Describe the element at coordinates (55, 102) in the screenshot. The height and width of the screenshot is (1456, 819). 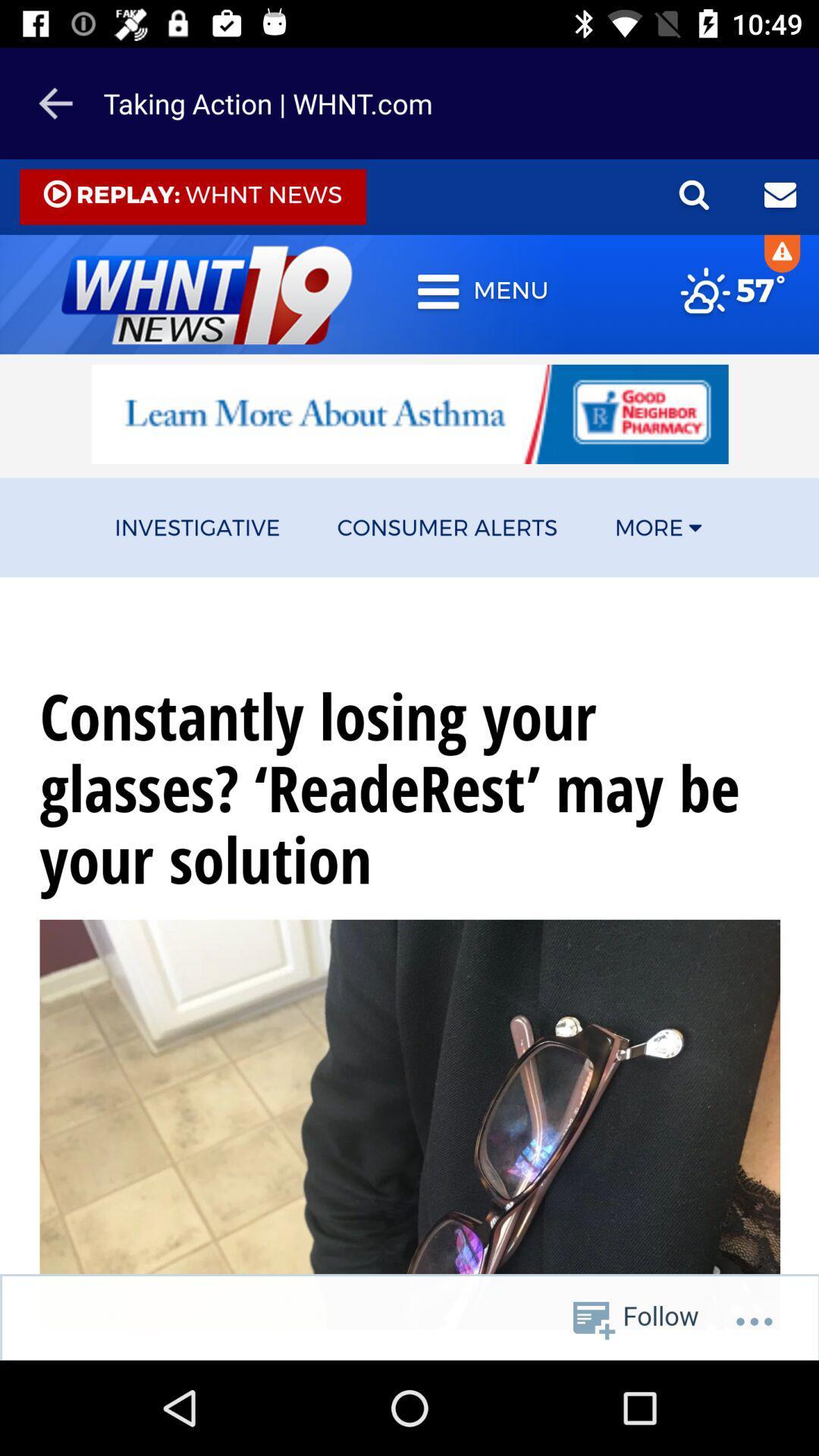
I see `the arrow_backward icon` at that location.